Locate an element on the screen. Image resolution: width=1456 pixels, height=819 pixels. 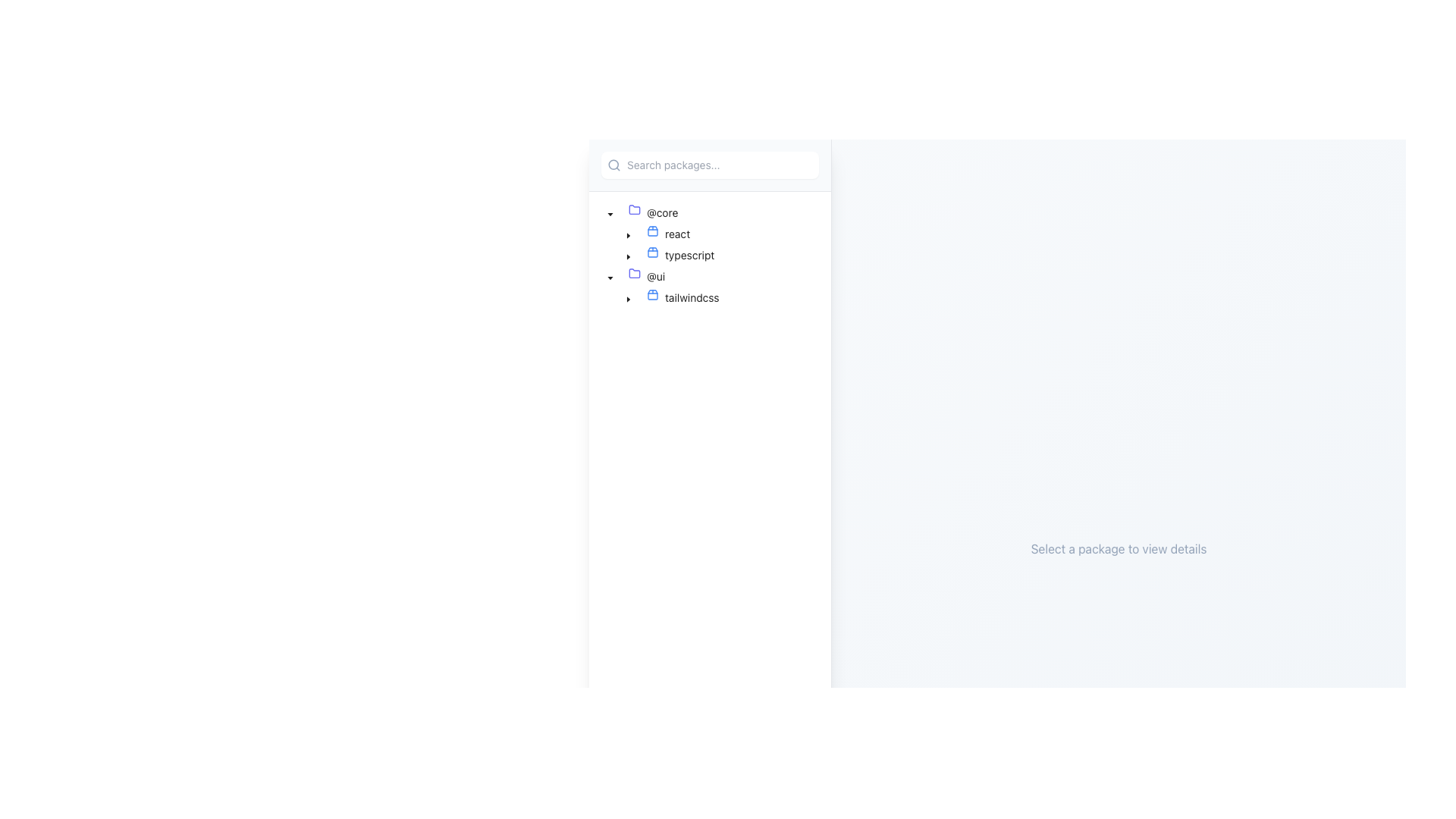
the 'tailwindcss' icon located is located at coordinates (655, 298).